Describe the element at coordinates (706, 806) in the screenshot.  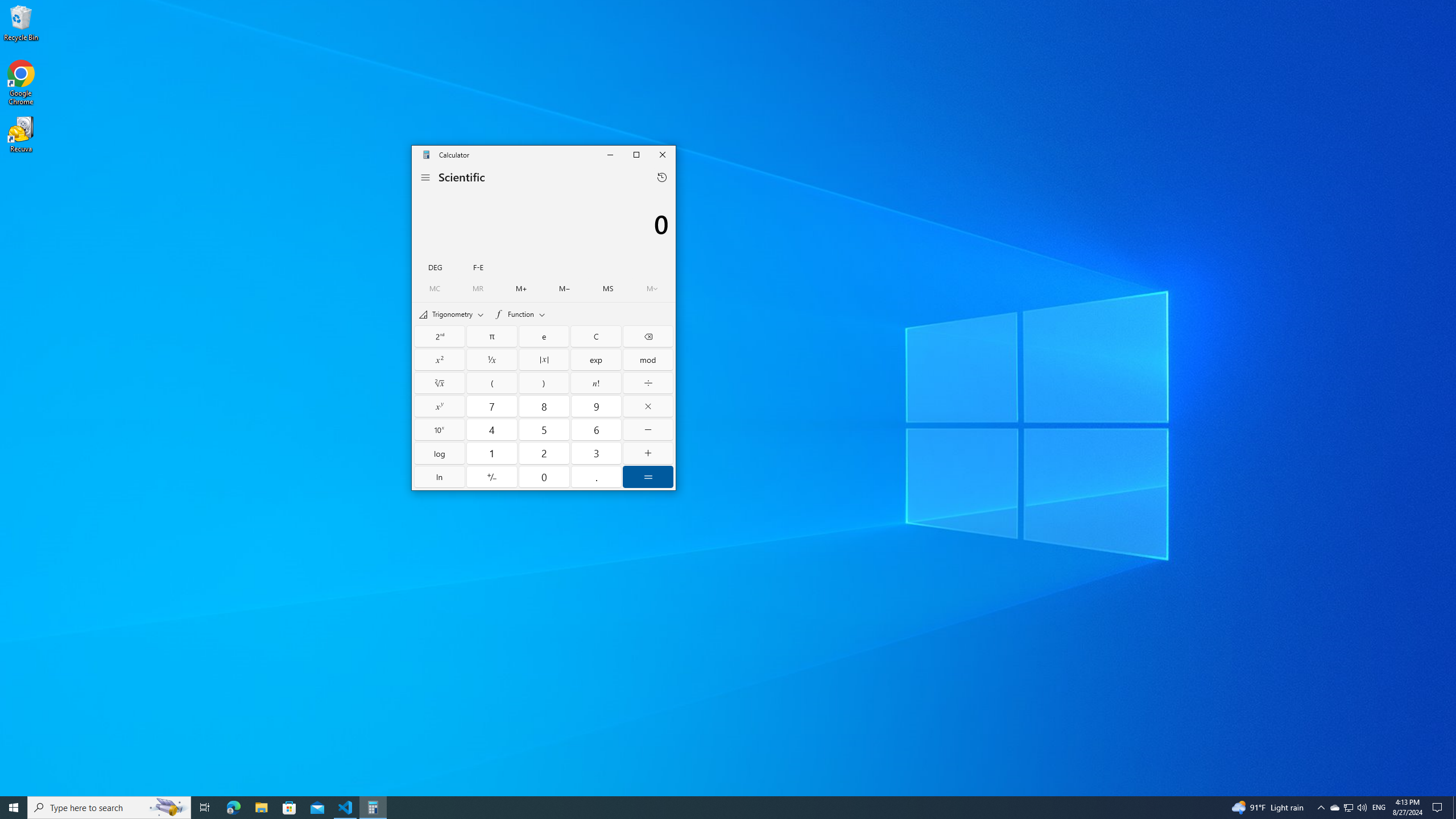
I see `'Running applications'` at that location.